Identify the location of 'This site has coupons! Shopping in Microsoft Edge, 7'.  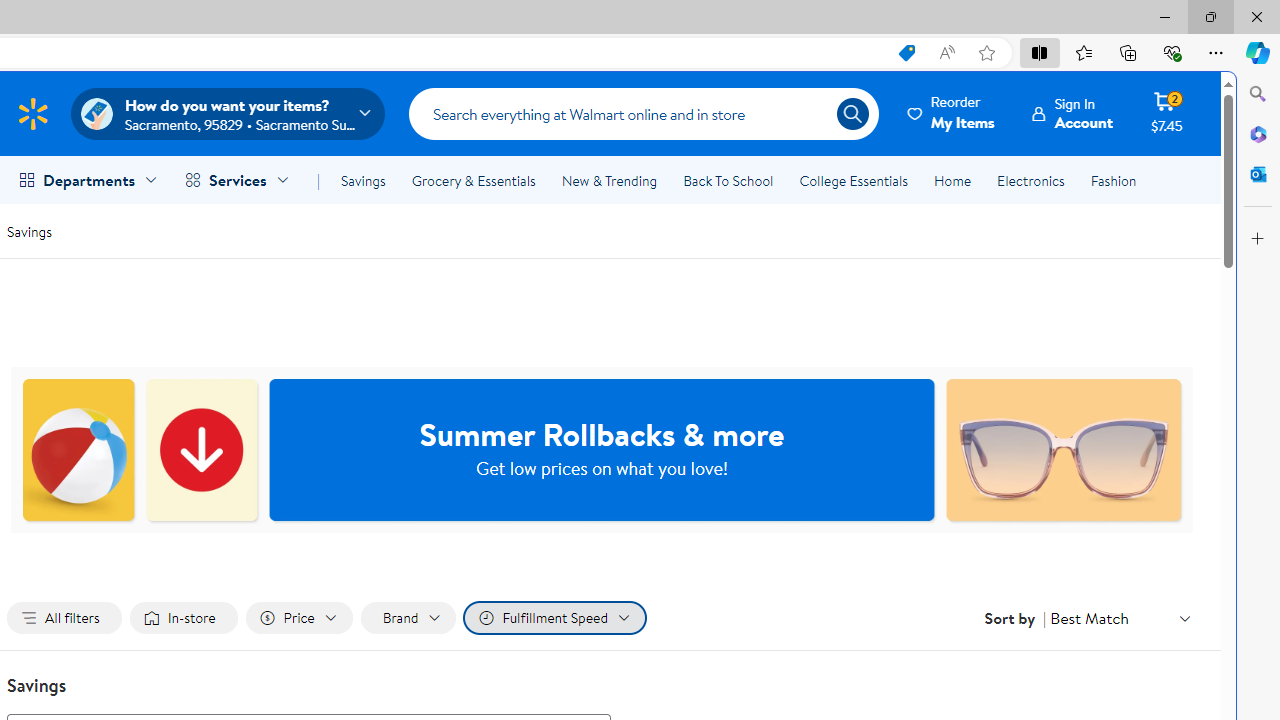
(905, 52).